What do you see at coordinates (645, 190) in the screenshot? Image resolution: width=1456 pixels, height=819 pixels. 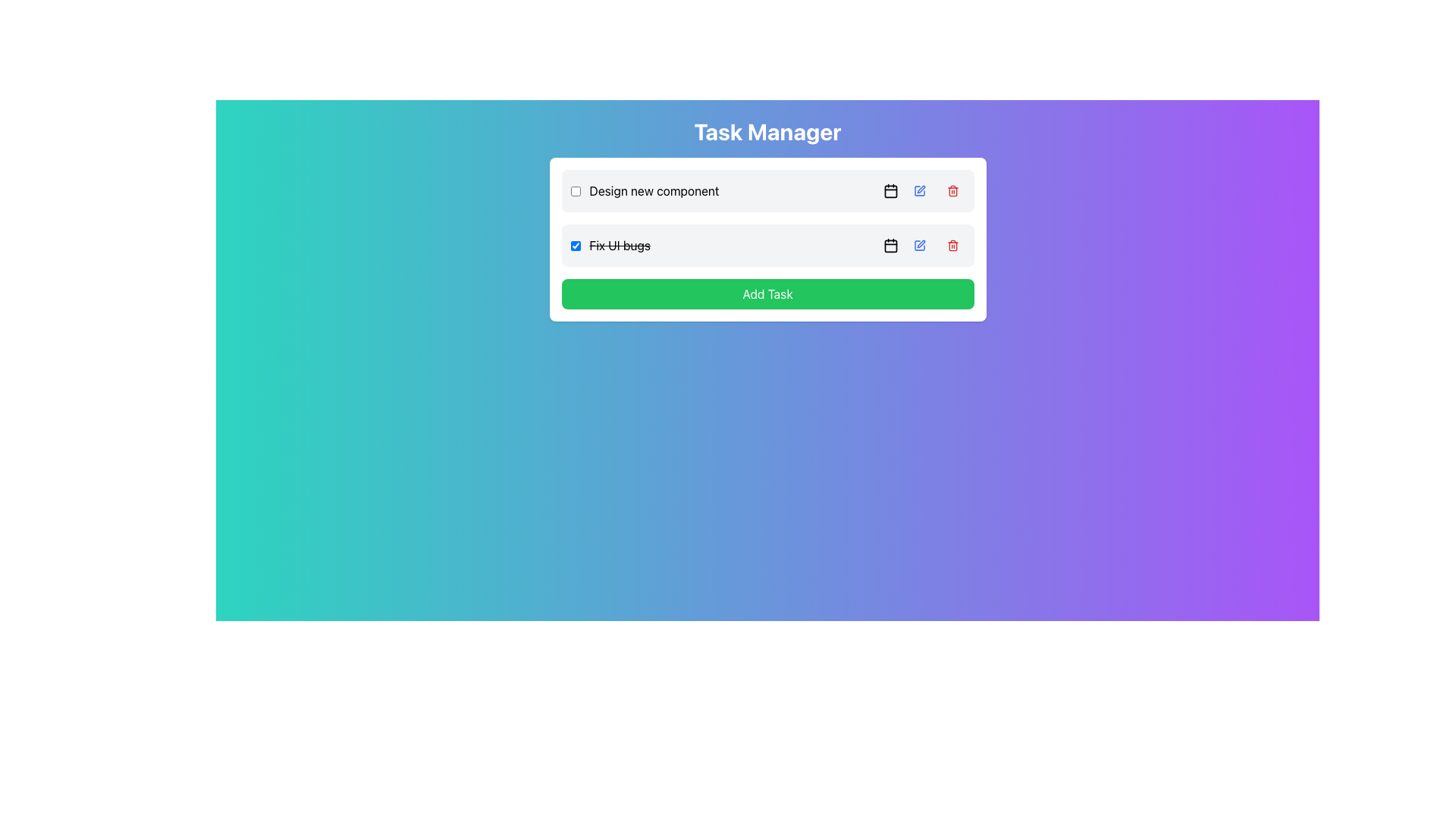 I see `the text label that serves as the title and descriptor for a specific task within the task manager, positioned at the top of the task list` at bounding box center [645, 190].